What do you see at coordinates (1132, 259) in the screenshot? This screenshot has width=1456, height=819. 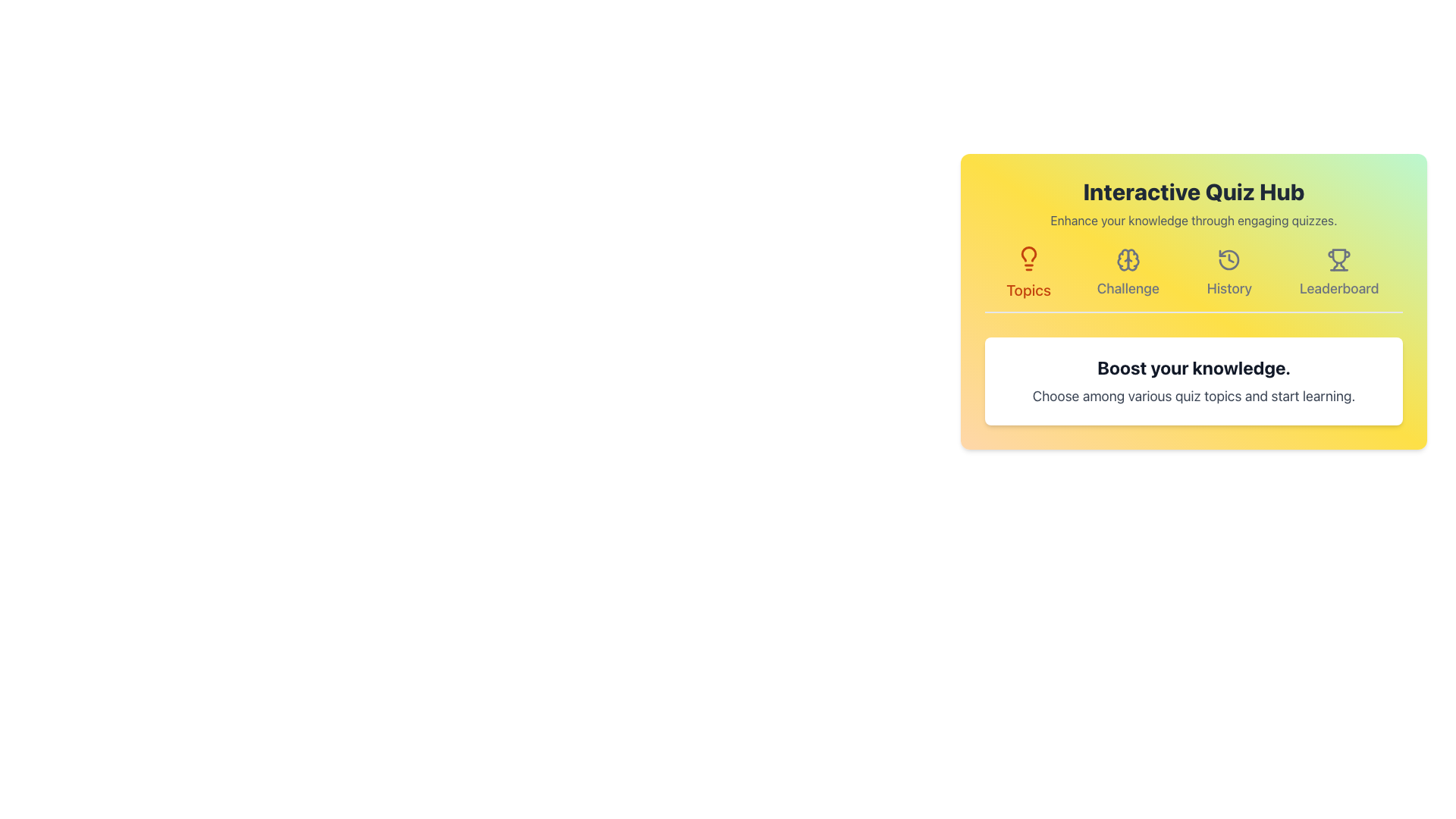 I see `the second icon in the horizontal sequence below the title 'Interactive Quiz Hub', which resembles a cloud or brain-like shape` at bounding box center [1132, 259].